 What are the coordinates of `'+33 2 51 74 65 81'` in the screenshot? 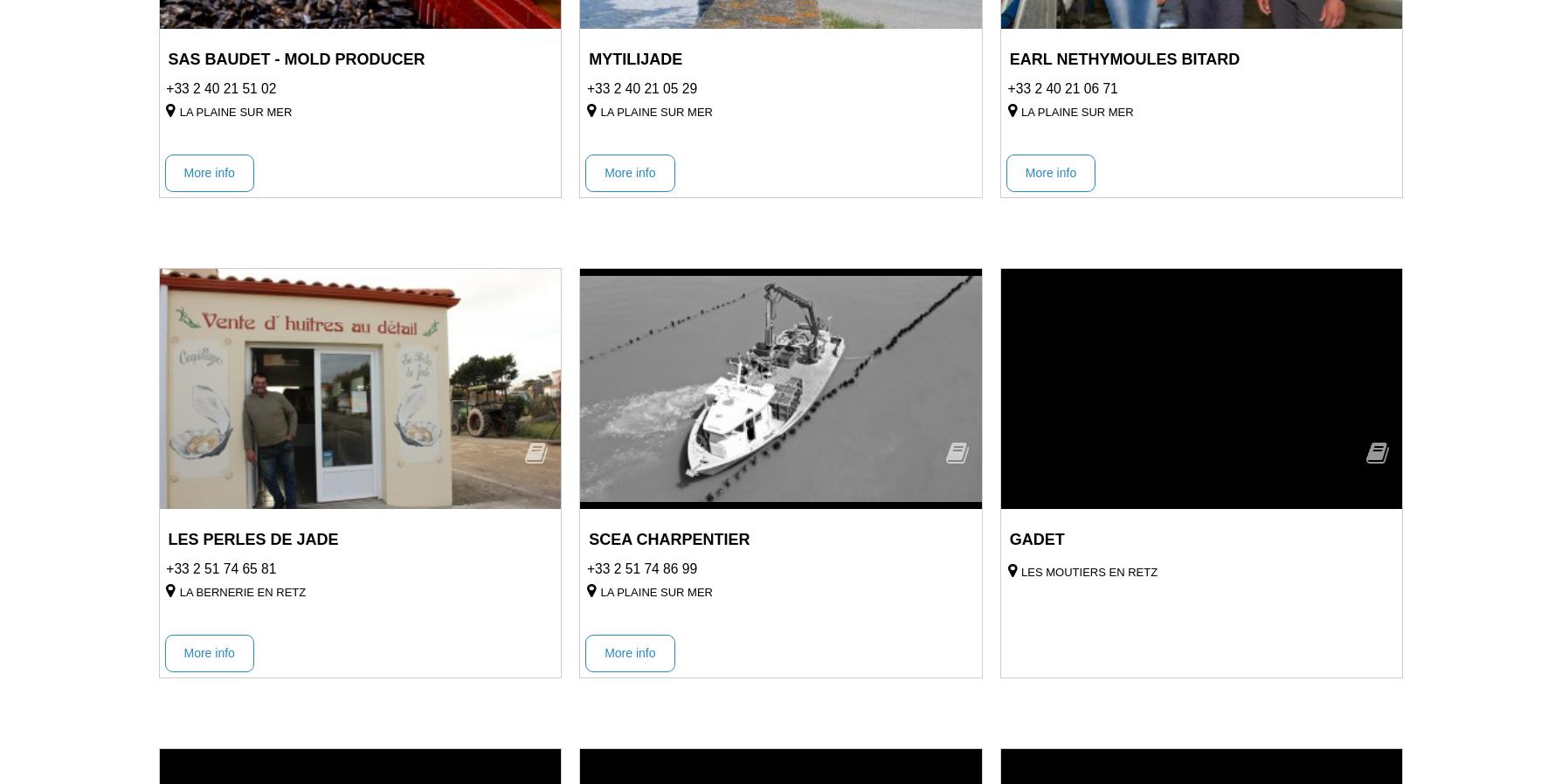 It's located at (220, 567).